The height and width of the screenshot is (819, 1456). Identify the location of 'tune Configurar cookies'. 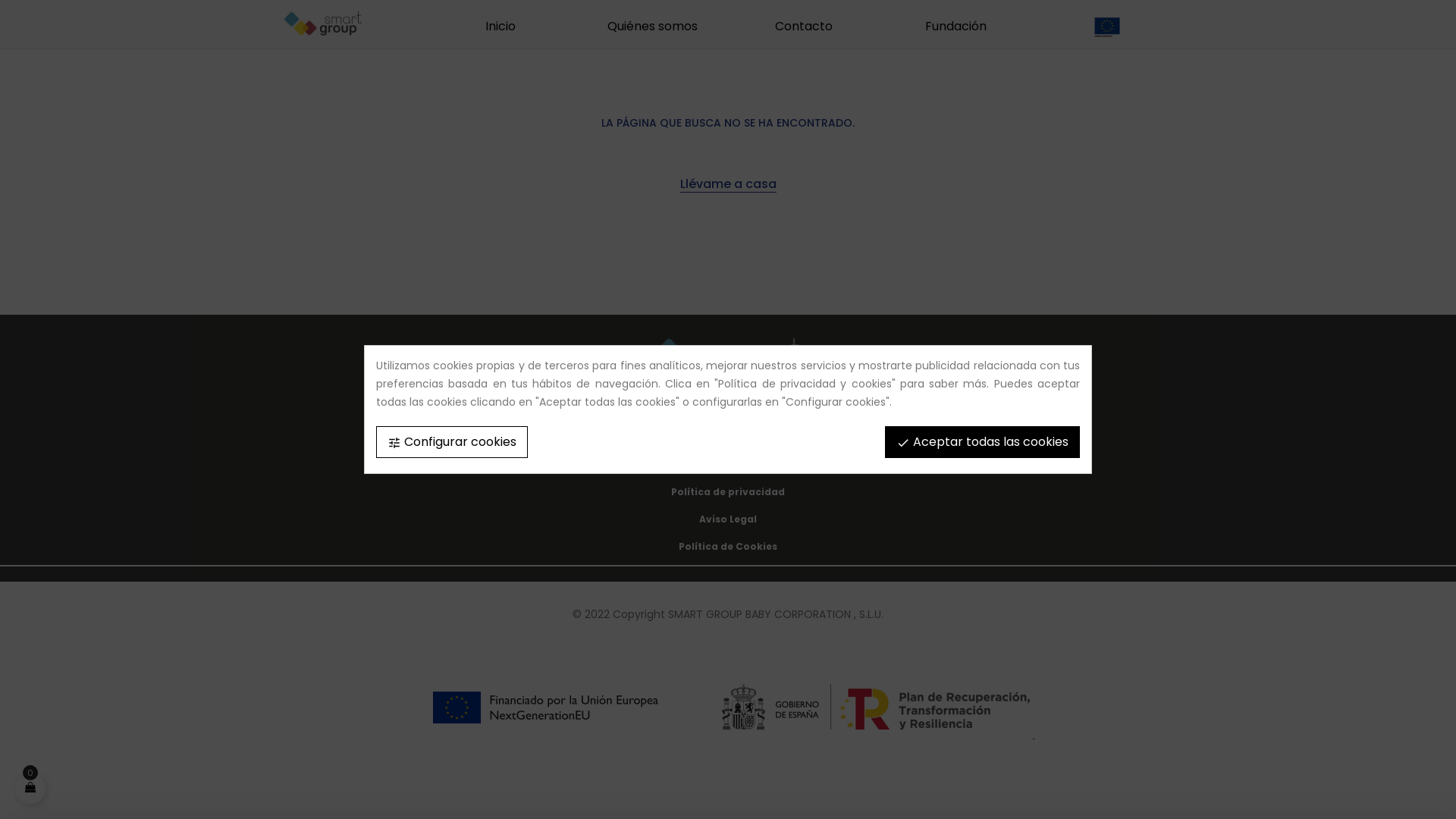
(450, 441).